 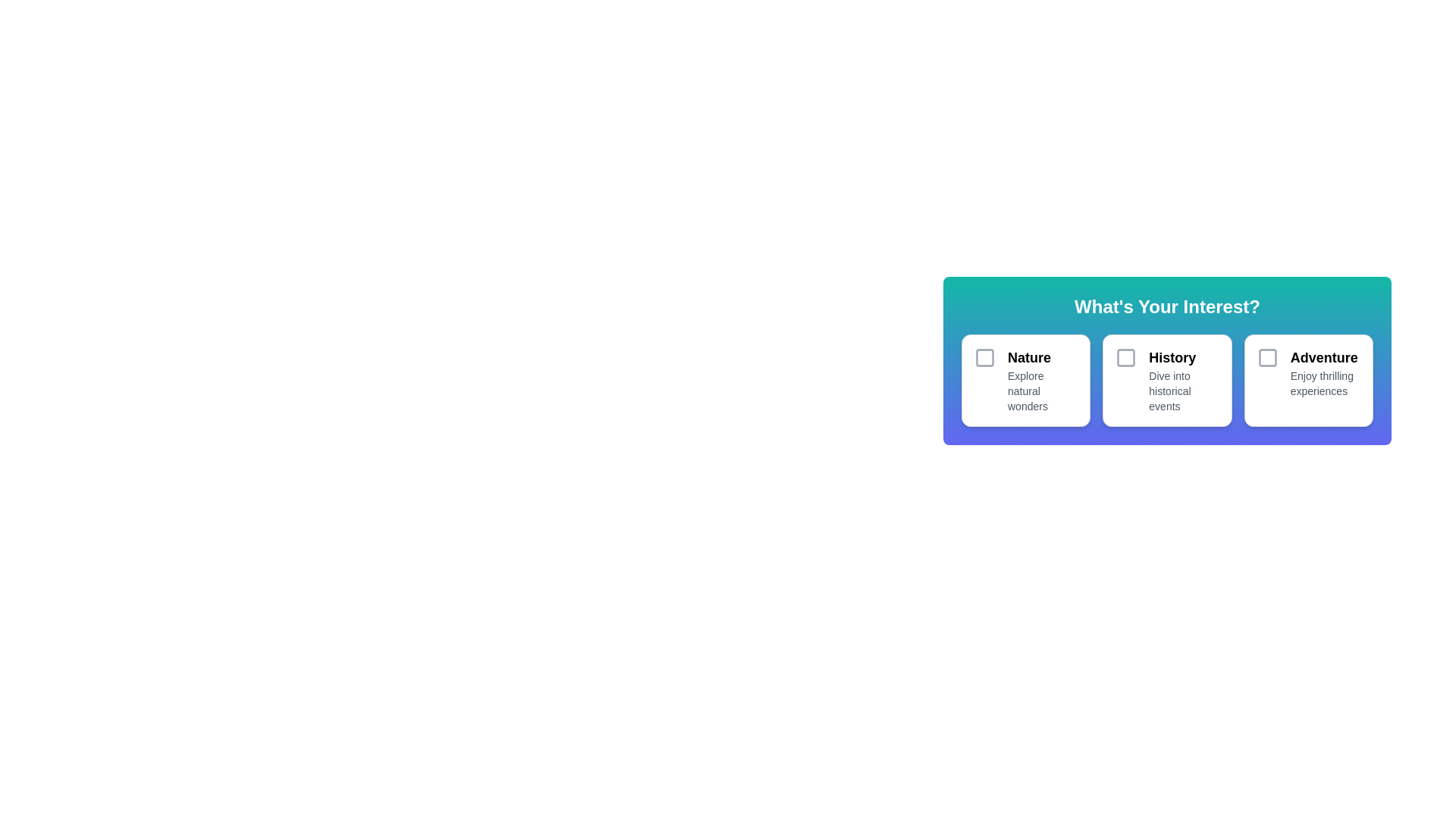 I want to click on the checkbox, so click(x=985, y=357).